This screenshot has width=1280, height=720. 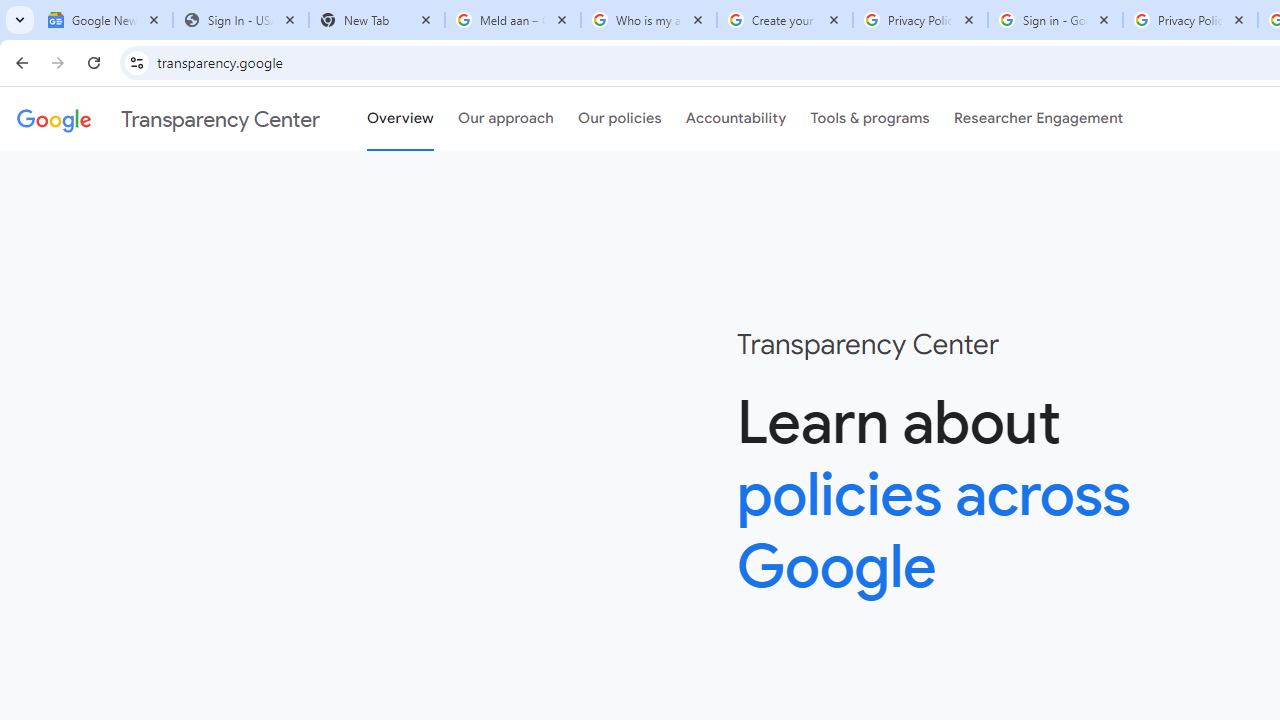 I want to click on 'New Tab', so click(x=376, y=20).